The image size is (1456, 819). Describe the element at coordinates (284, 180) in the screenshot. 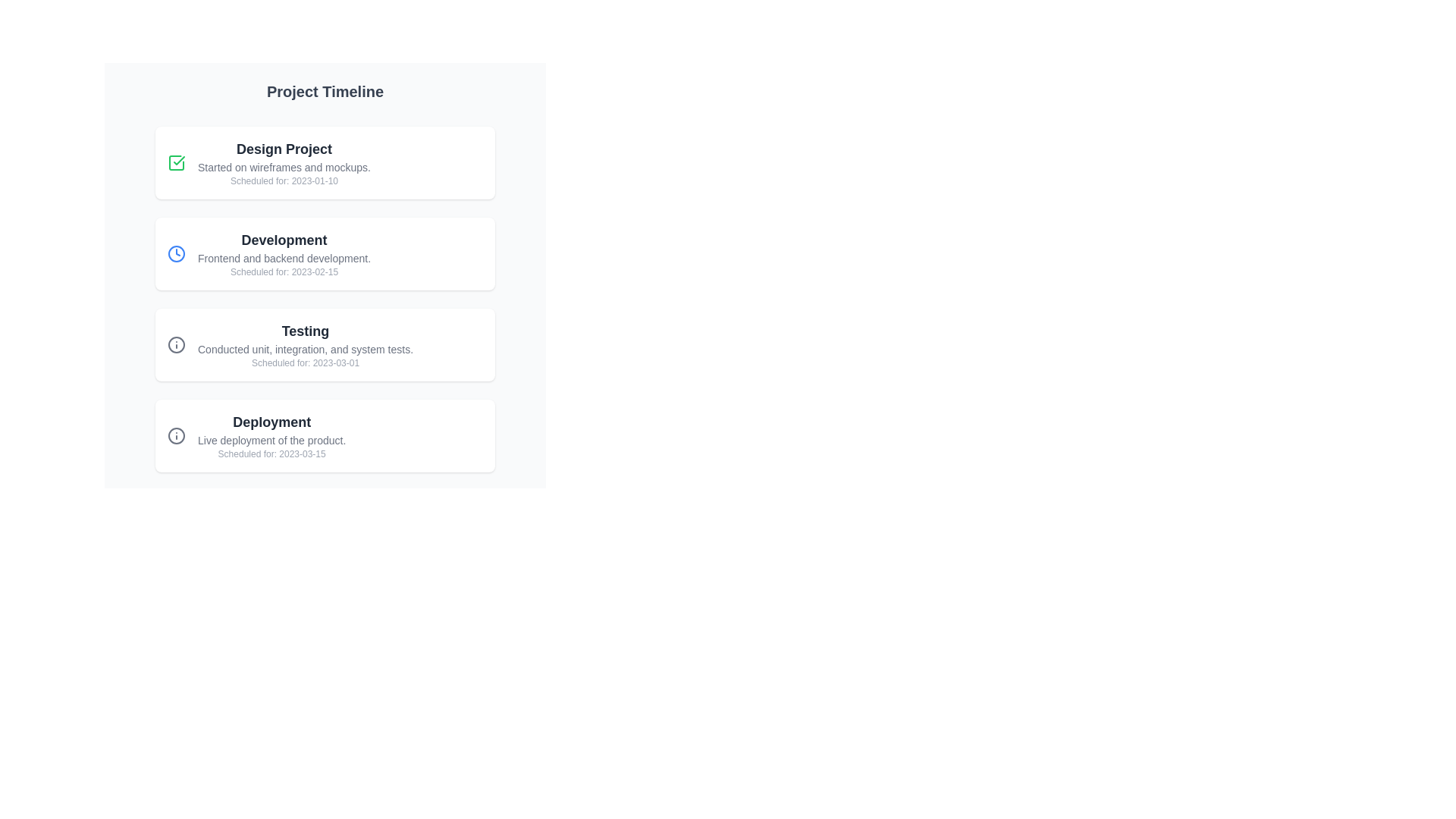

I see `the static text indicating the scheduled date, which is styled in light gray and positioned below the description text within the 'Design Project' card` at that location.